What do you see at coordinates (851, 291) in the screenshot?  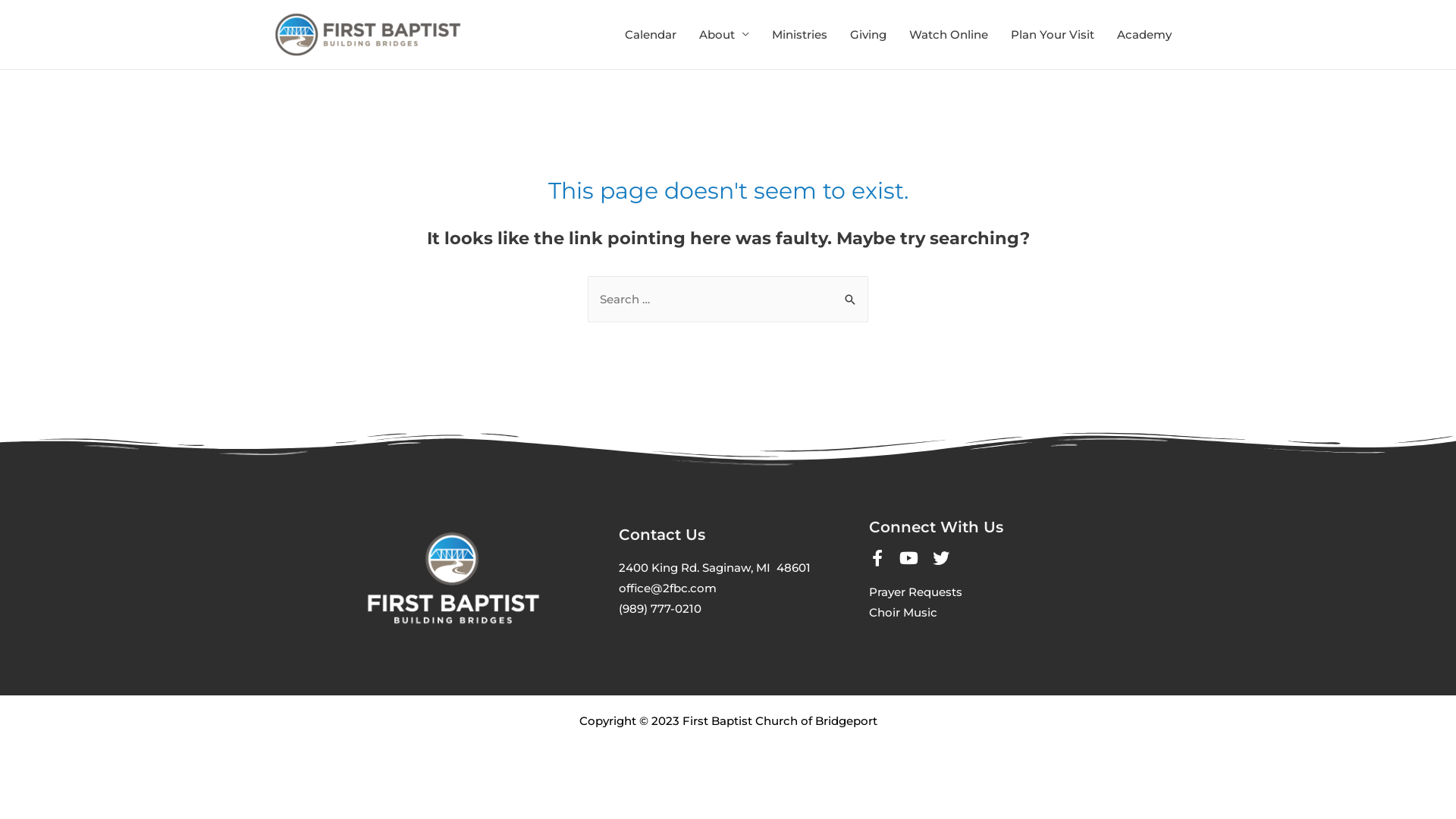 I see `'Search'` at bounding box center [851, 291].